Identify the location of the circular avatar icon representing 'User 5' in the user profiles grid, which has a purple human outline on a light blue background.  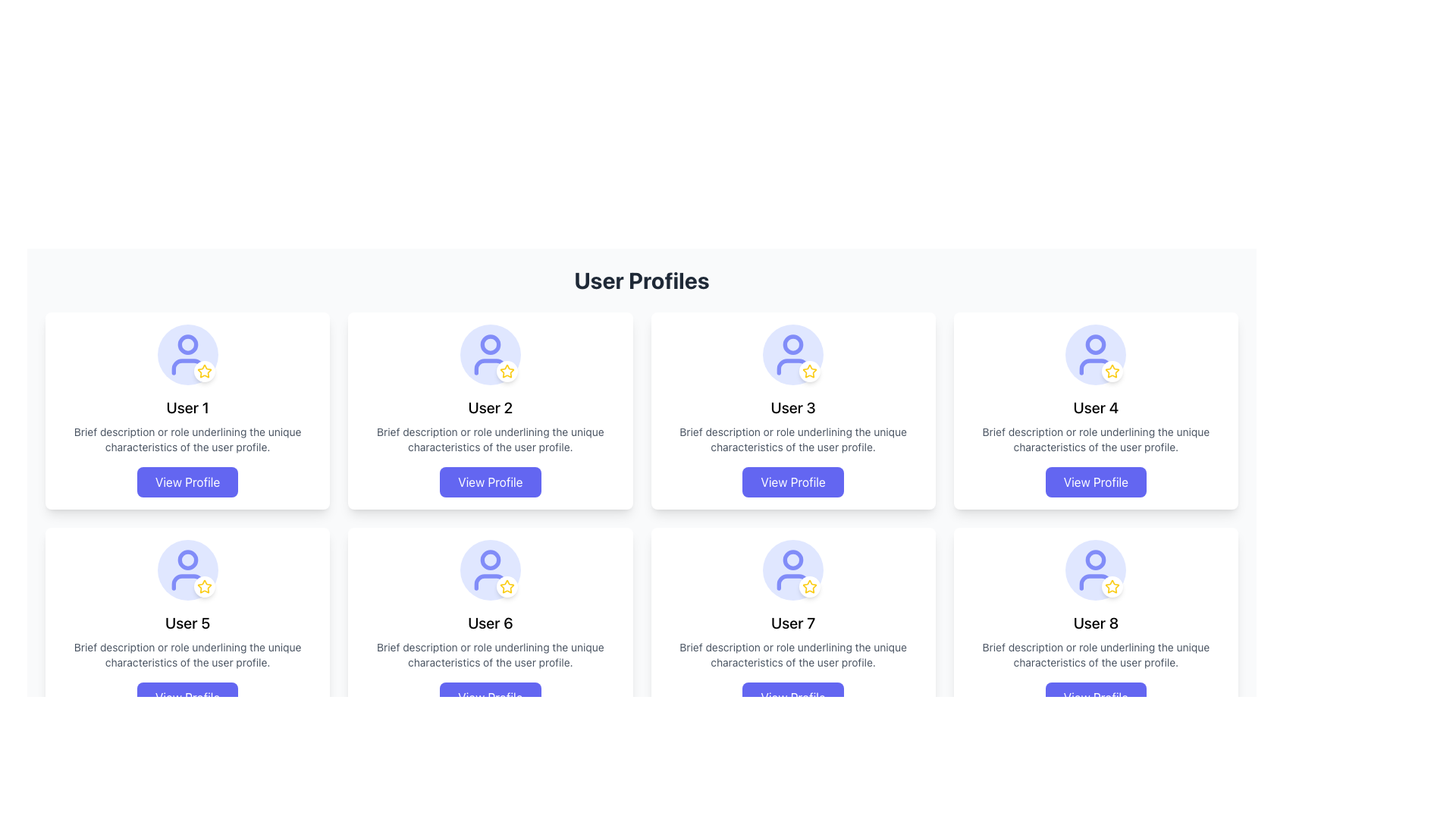
(187, 570).